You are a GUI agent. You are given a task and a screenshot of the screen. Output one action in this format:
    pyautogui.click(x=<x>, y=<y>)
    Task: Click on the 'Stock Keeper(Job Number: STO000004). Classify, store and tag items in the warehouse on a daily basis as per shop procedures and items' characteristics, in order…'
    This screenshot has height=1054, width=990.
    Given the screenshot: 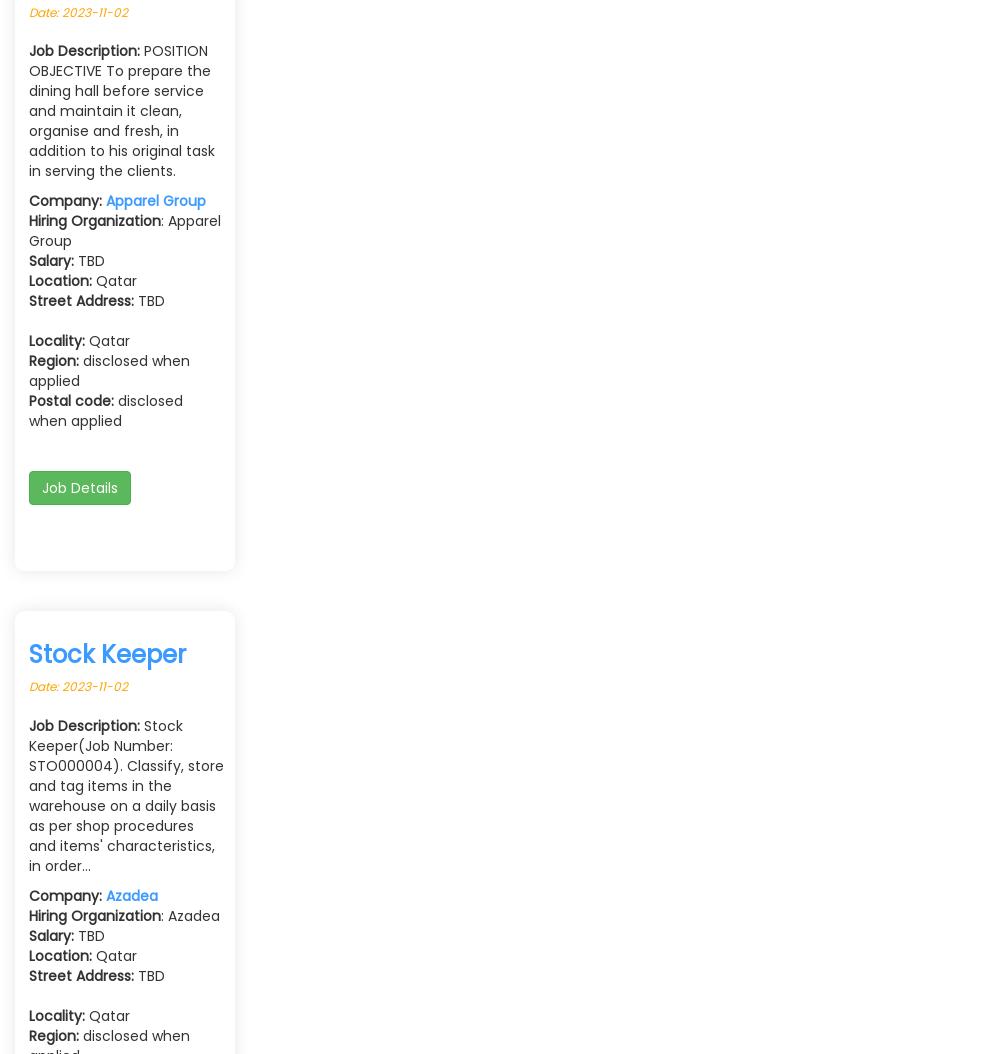 What is the action you would take?
    pyautogui.click(x=125, y=794)
    